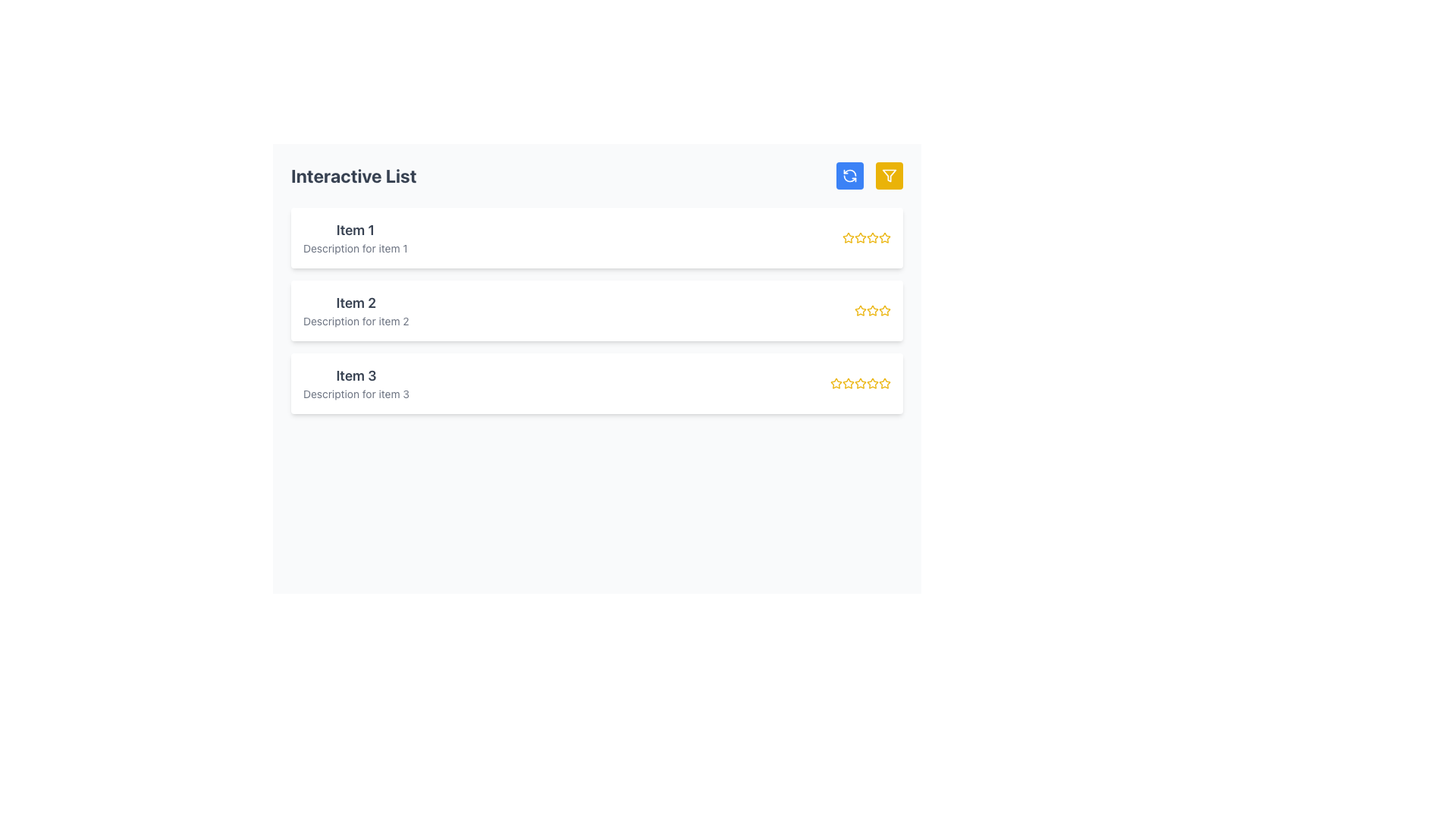 This screenshot has width=1456, height=819. Describe the element at coordinates (356, 375) in the screenshot. I see `the text label that serves as the title for the third item in the list, positioned above 'Description for item 3' and below 'Item 2'` at that location.